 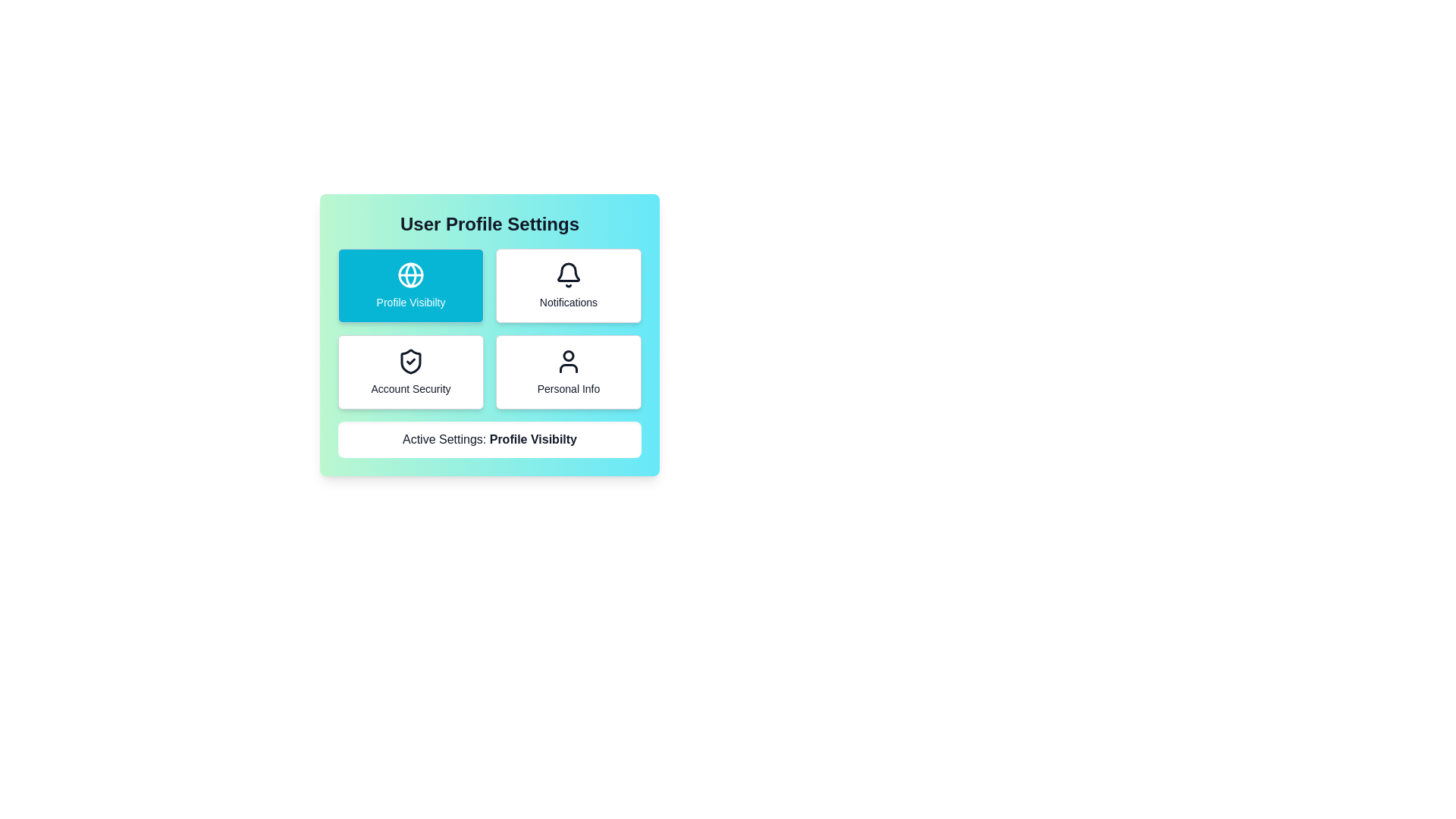 What do you see at coordinates (411, 286) in the screenshot?
I see `the button corresponding to Profile Visibility` at bounding box center [411, 286].